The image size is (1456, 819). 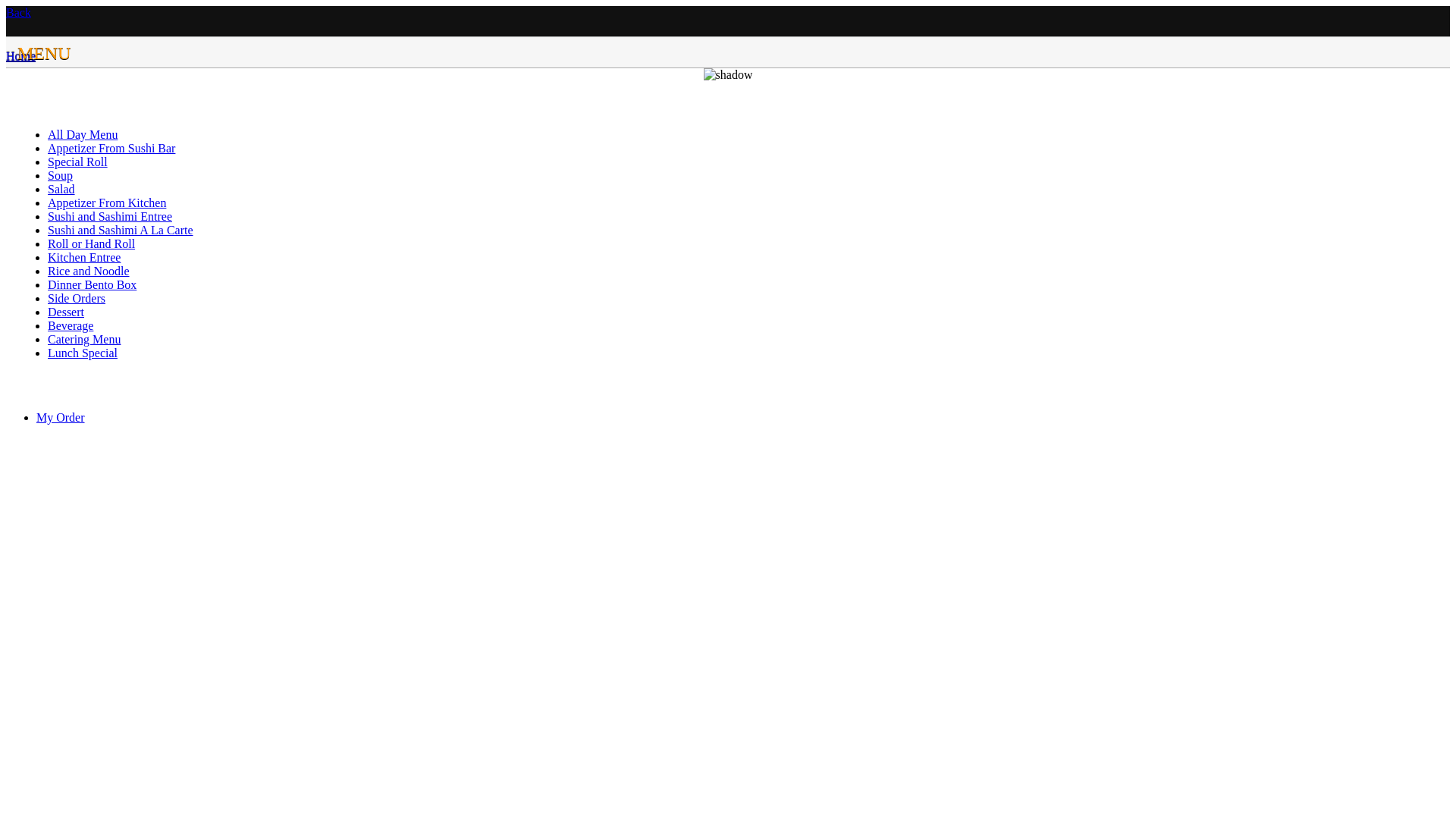 What do you see at coordinates (47, 284) in the screenshot?
I see `'Dinner Bento Box'` at bounding box center [47, 284].